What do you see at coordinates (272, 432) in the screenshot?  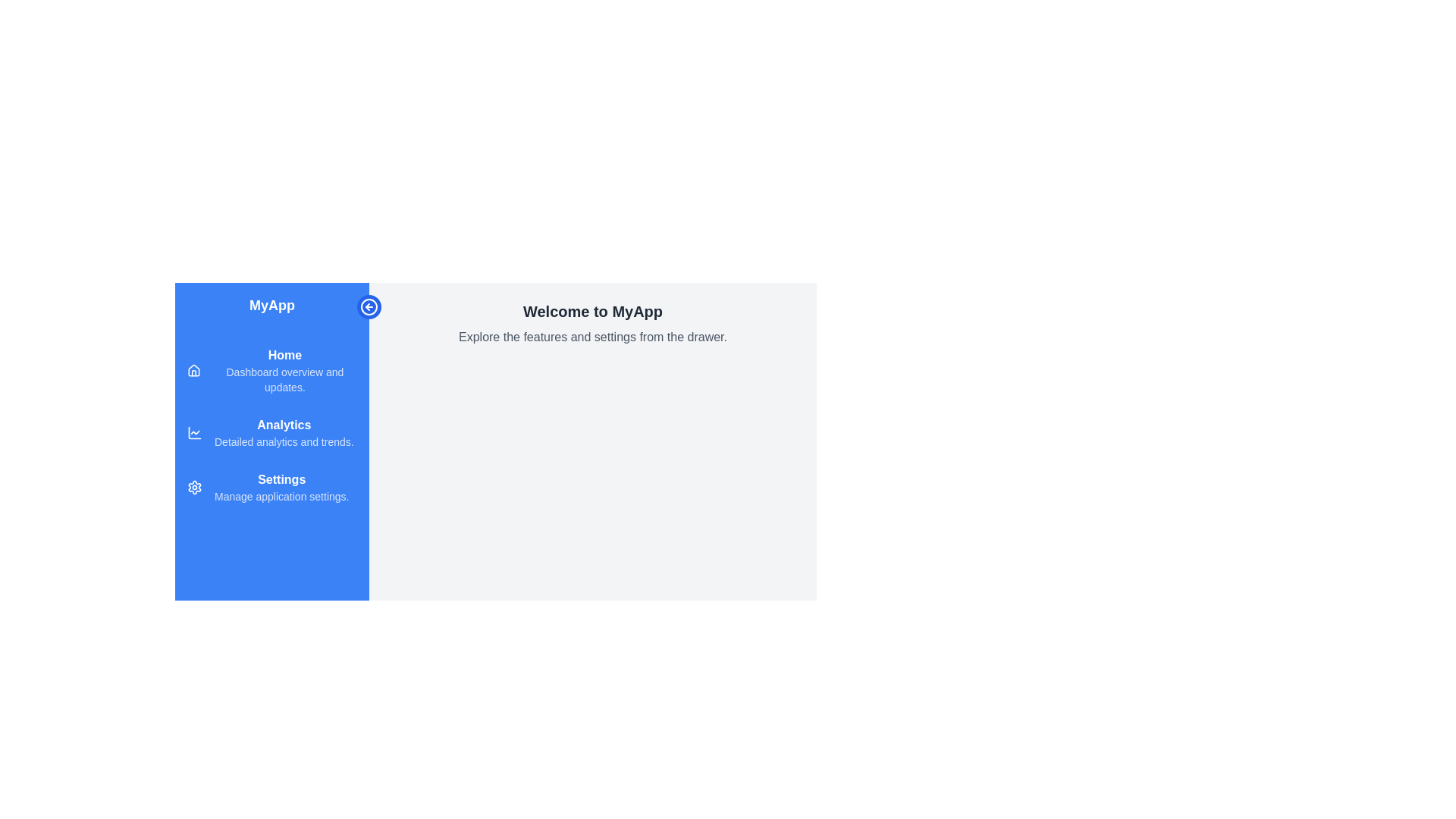 I see `the menu item Analytics to view its hover effect` at bounding box center [272, 432].